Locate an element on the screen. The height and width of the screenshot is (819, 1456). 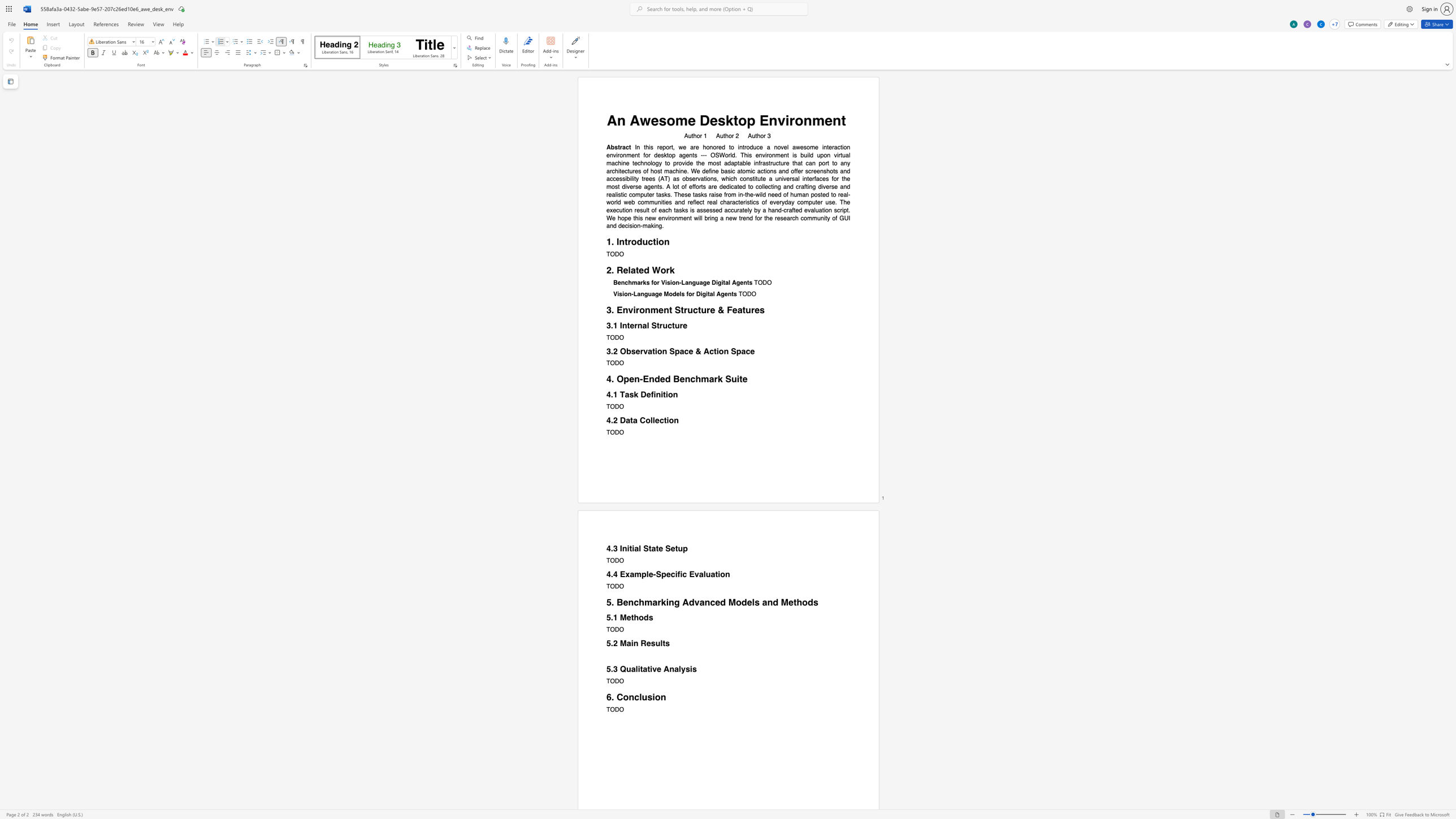
the 1th character "R" in the text is located at coordinates (643, 643).